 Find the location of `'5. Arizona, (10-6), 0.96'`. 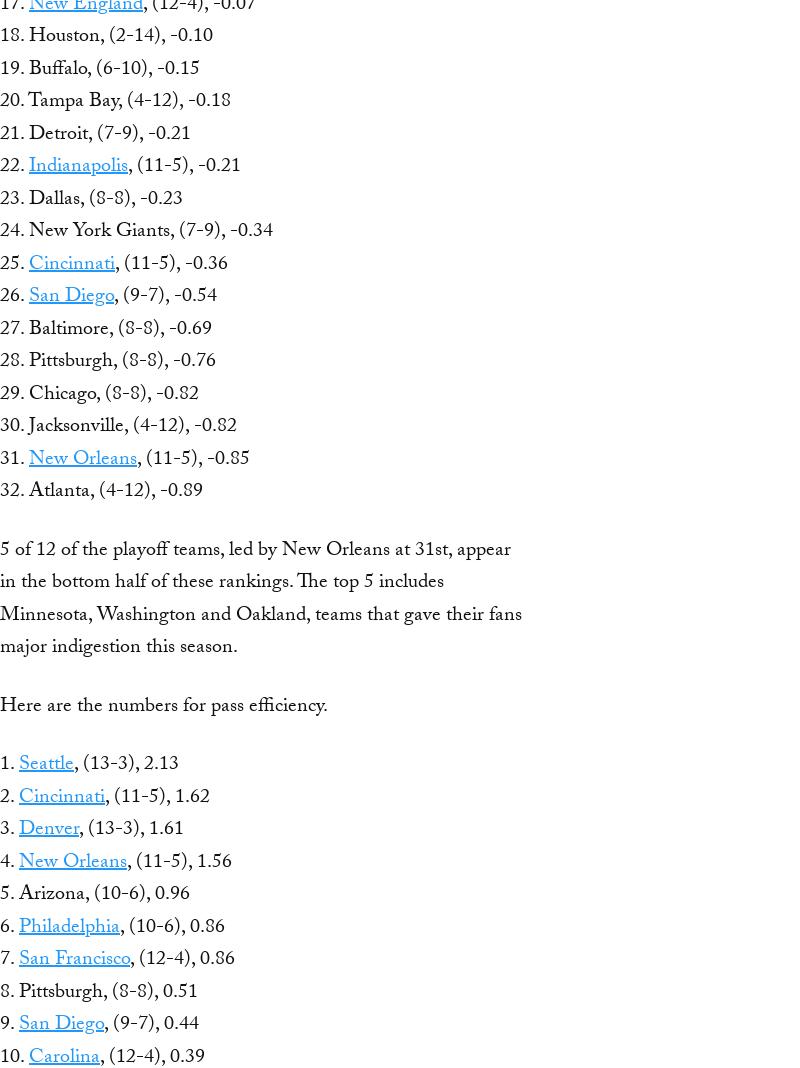

'5. Arizona, (10-6), 0.96' is located at coordinates (94, 895).